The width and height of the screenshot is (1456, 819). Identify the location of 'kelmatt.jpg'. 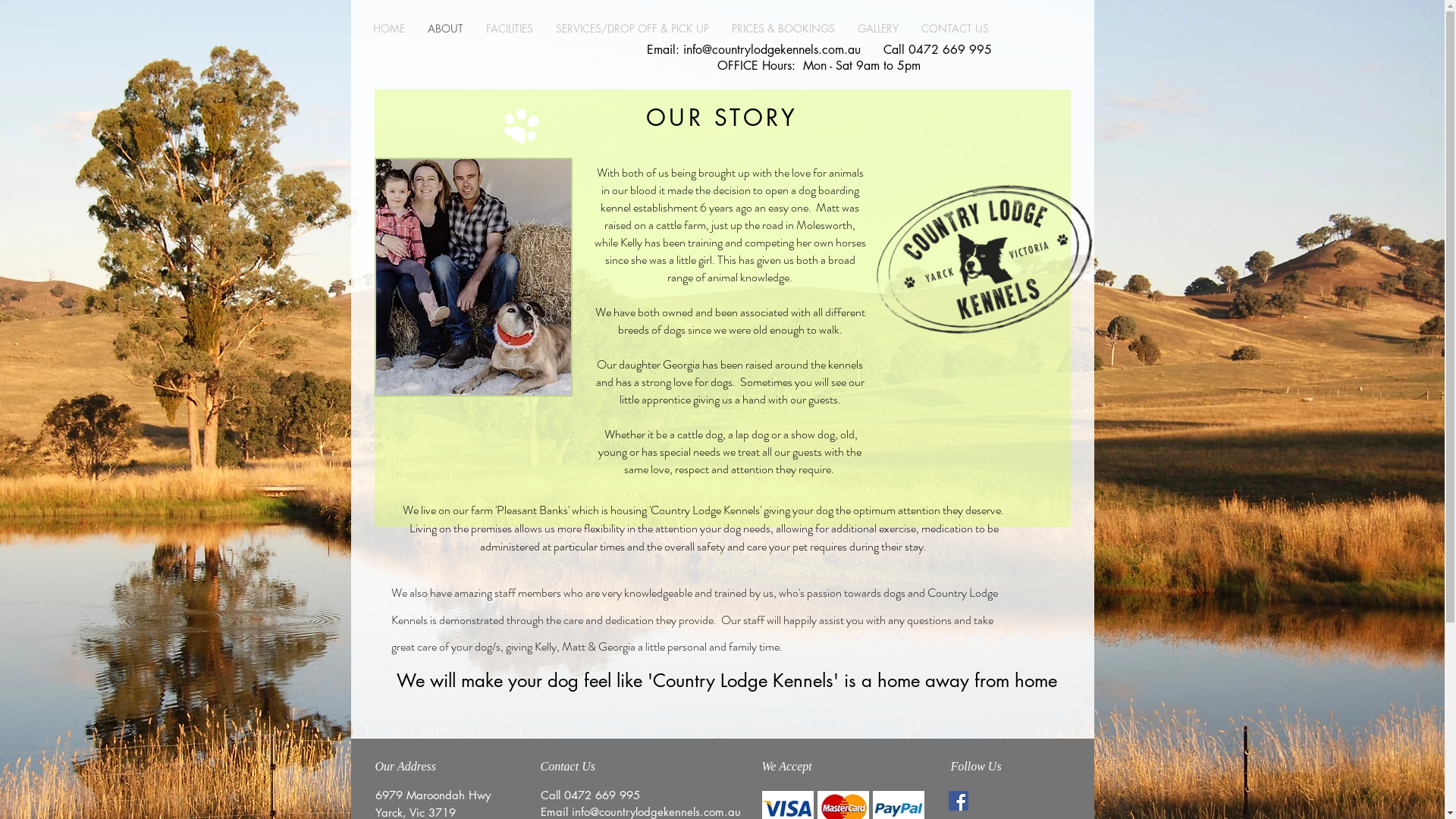
(375, 277).